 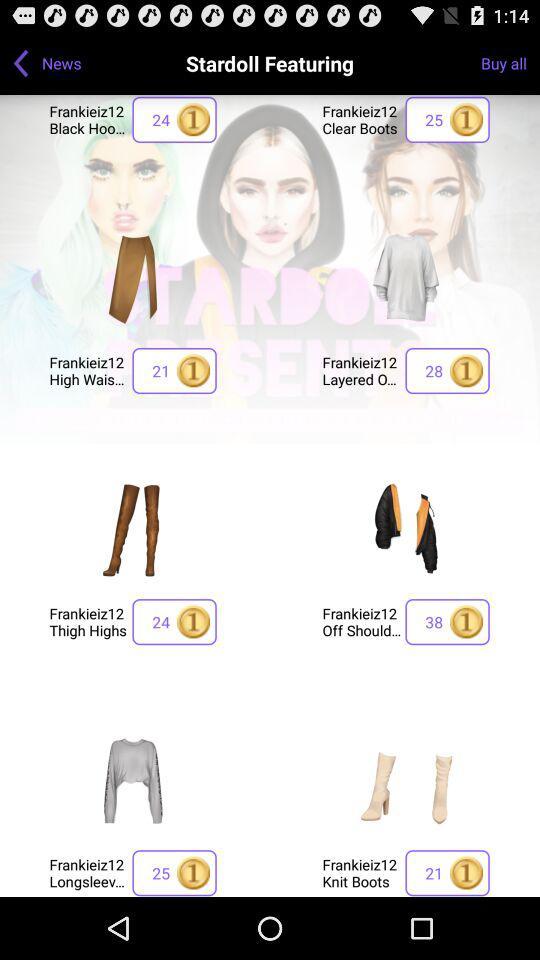 What do you see at coordinates (405, 528) in the screenshot?
I see `buy item` at bounding box center [405, 528].